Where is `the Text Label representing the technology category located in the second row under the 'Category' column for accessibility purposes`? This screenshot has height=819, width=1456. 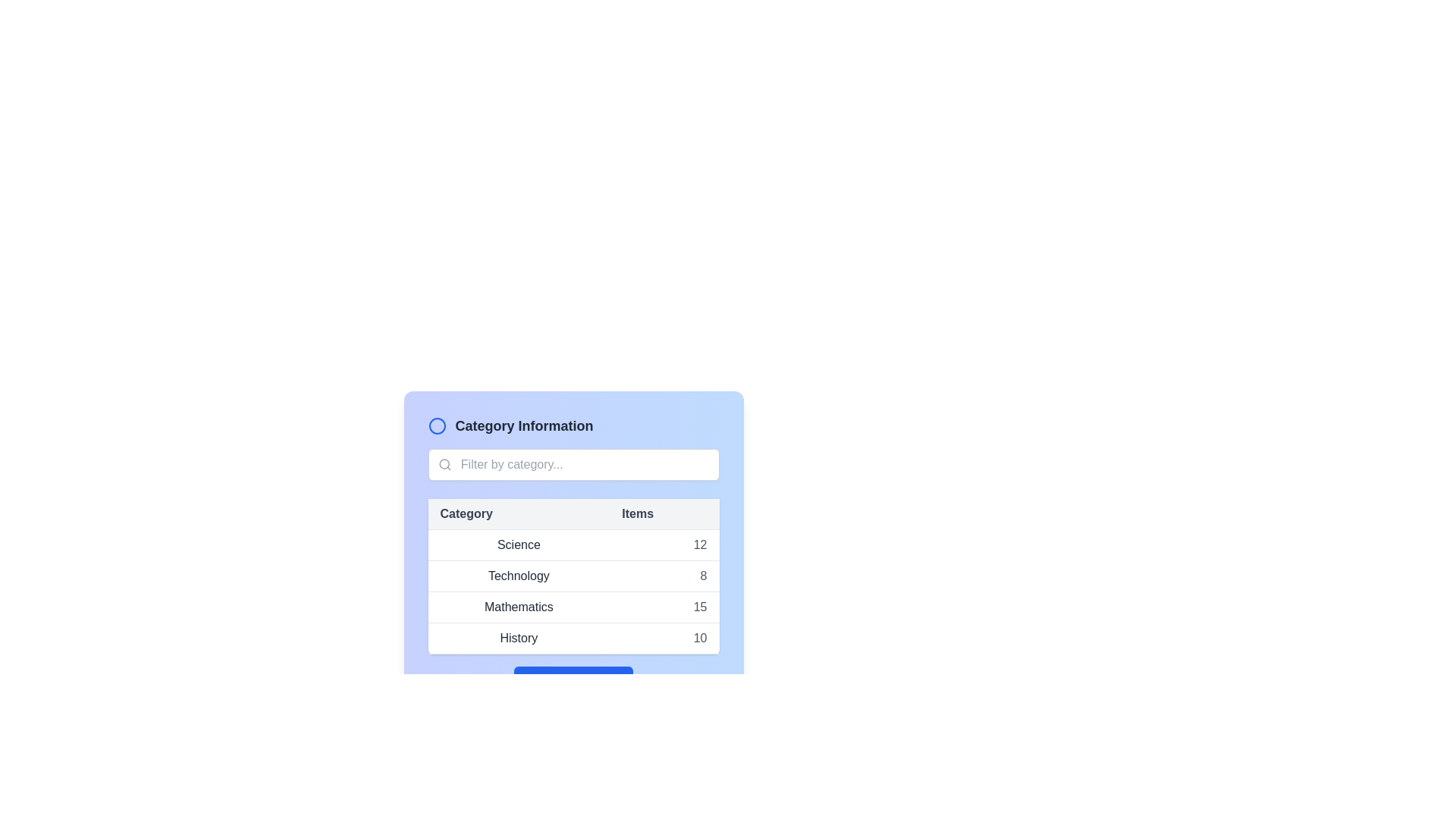
the Text Label representing the technology category located in the second row under the 'Category' column for accessibility purposes is located at coordinates (519, 576).